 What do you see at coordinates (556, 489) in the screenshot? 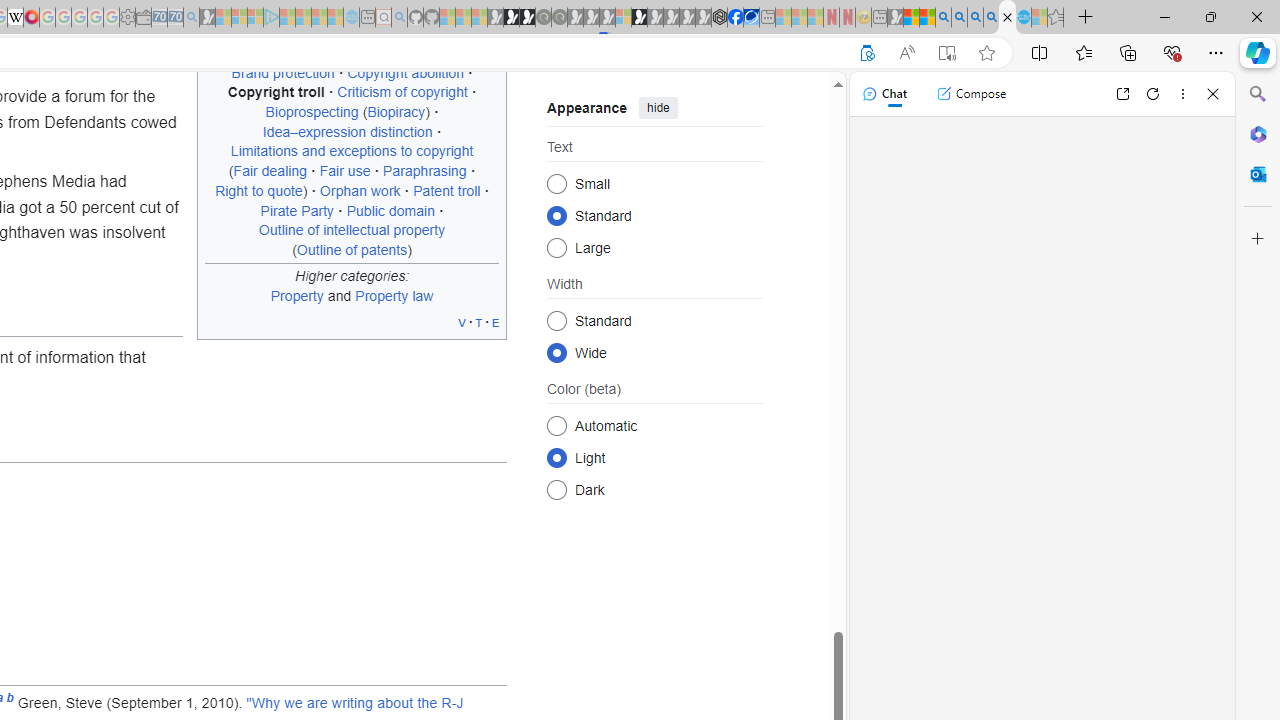
I see `'Dark'` at bounding box center [556, 489].